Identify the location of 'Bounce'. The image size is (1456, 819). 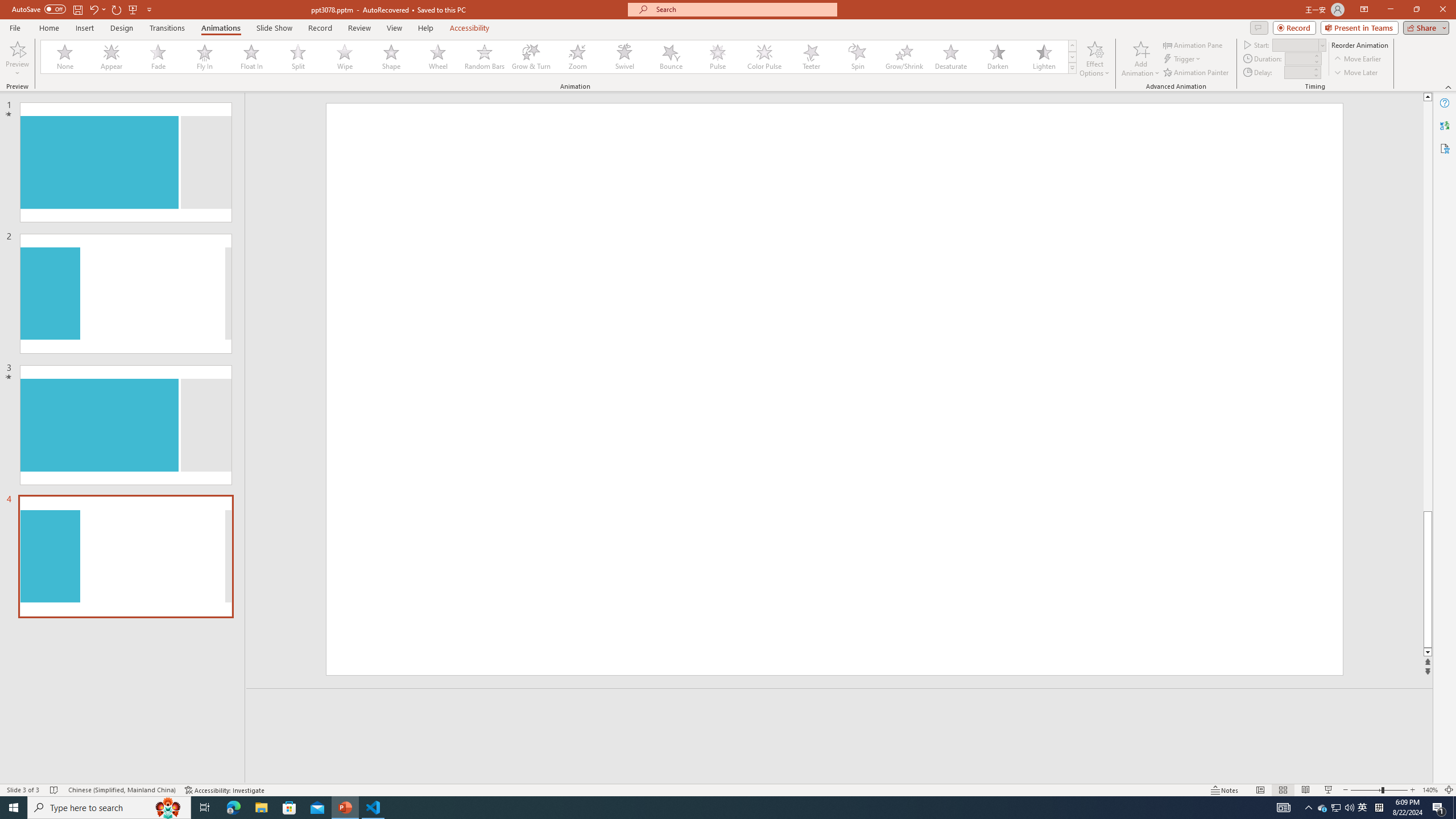
(671, 56).